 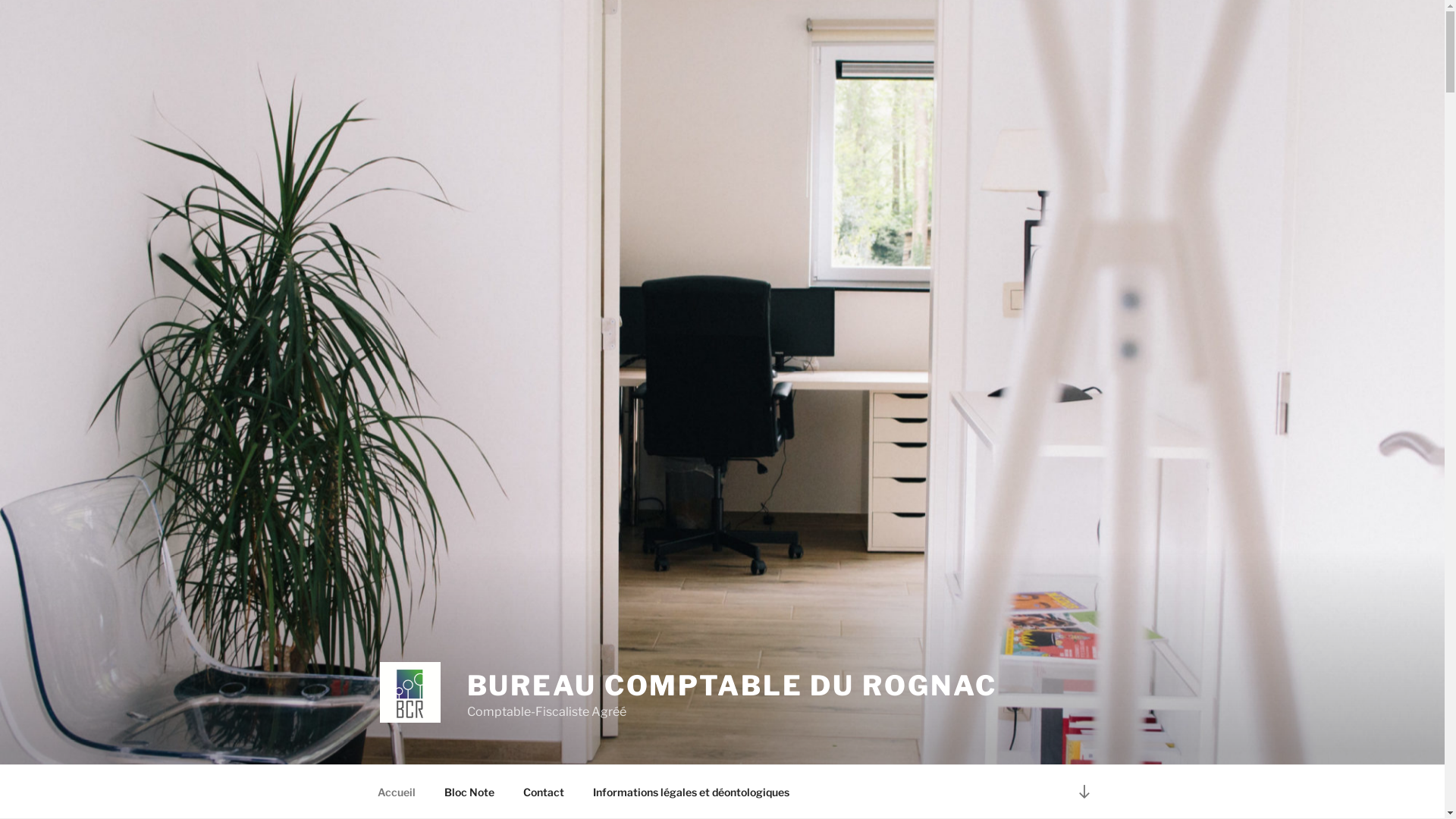 I want to click on 'Contact', so click(x=543, y=791).